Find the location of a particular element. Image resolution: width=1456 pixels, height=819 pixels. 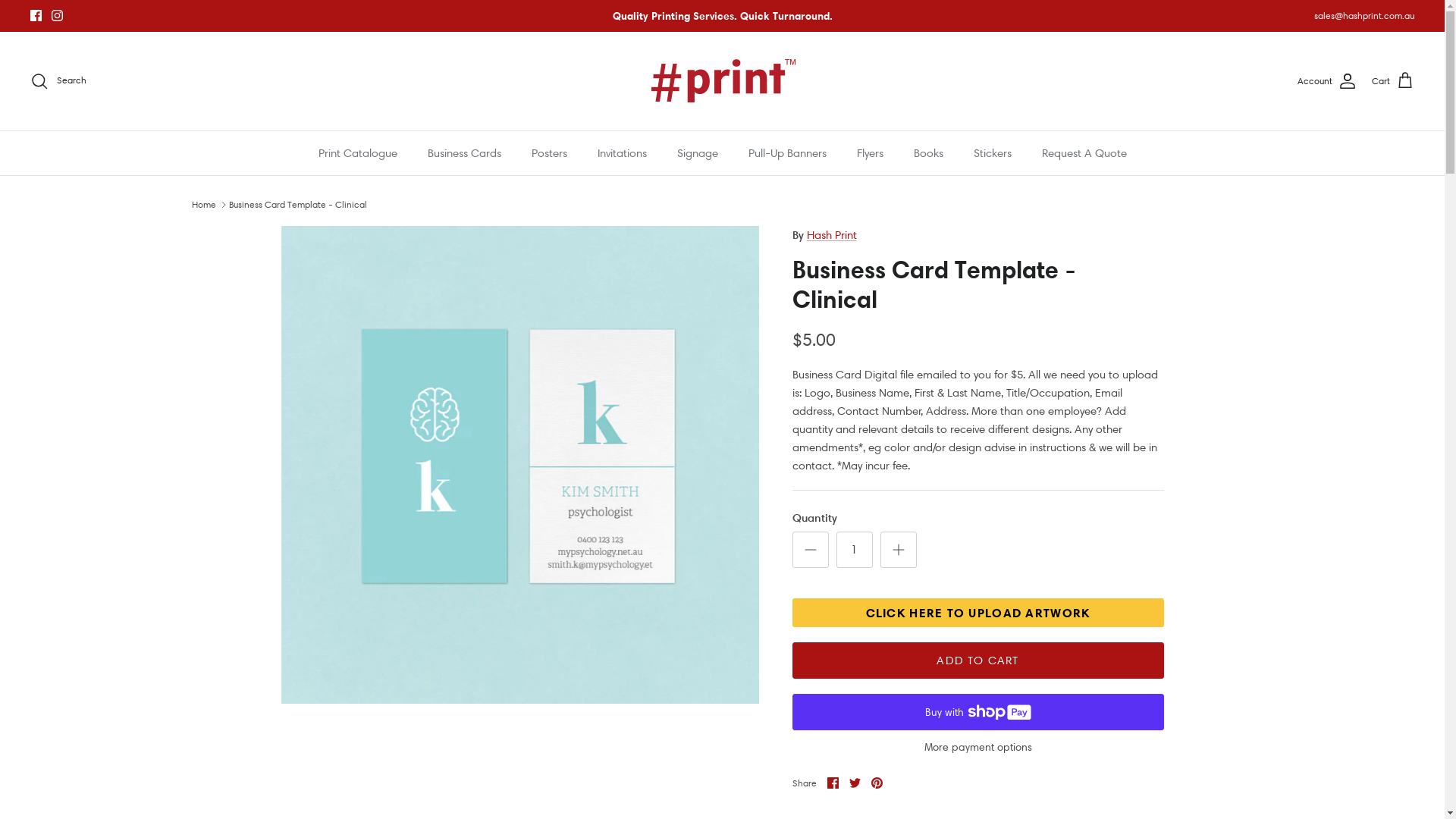

'Cart' is located at coordinates (1393, 81).